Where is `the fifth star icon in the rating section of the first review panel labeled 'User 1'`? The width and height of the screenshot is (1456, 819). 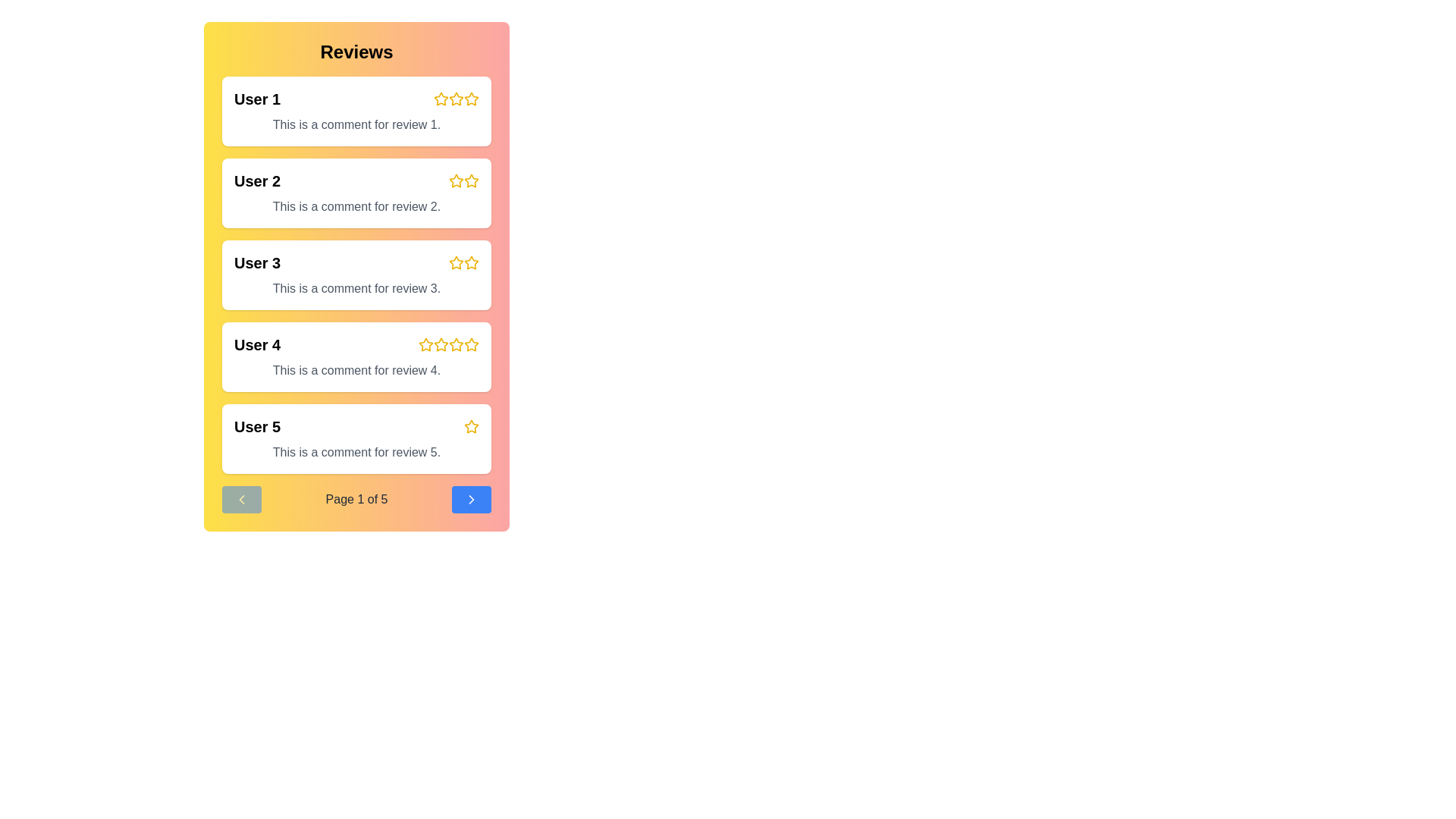 the fifth star icon in the rating section of the first review panel labeled 'User 1' is located at coordinates (471, 99).